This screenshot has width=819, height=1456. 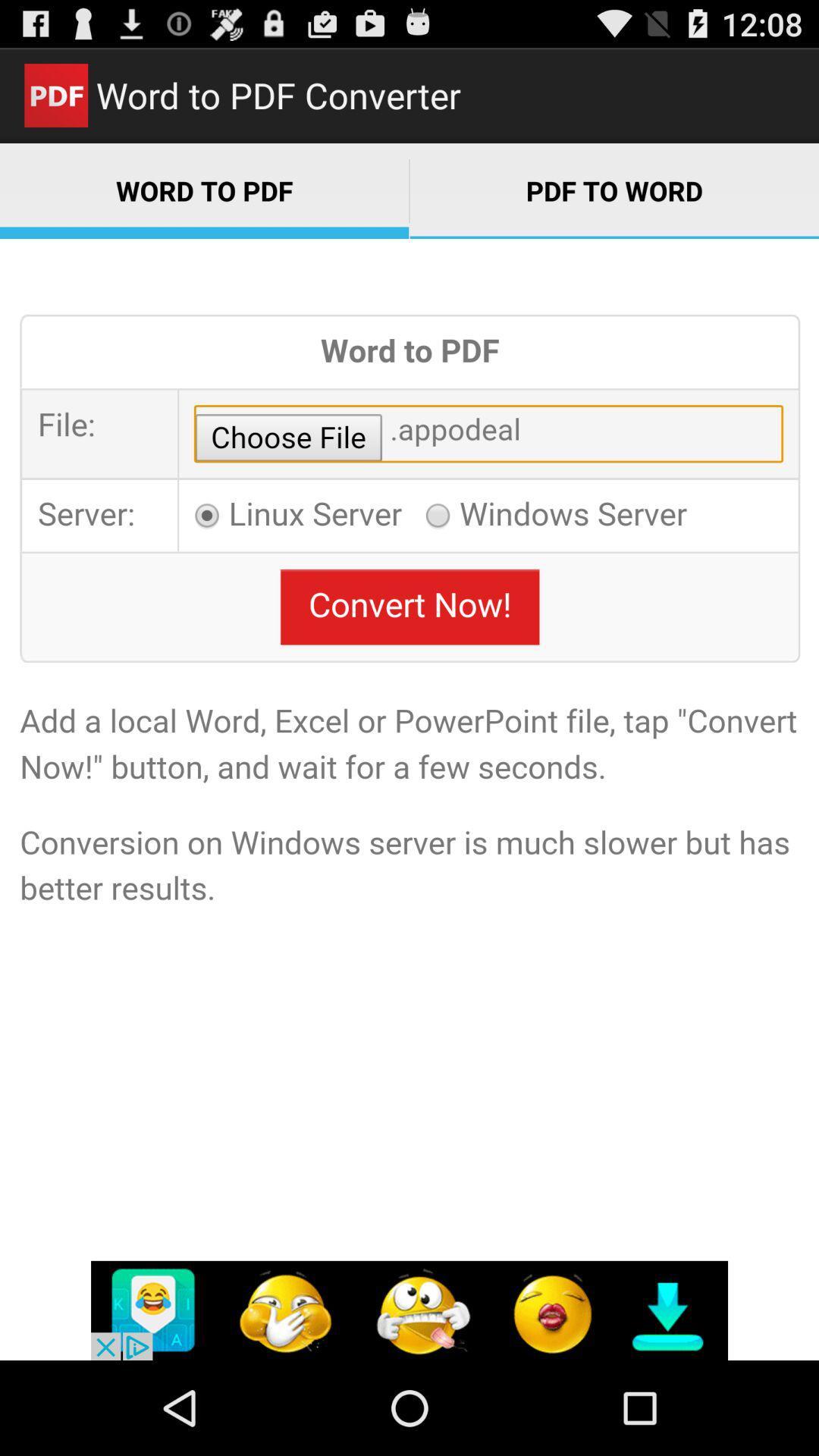 What do you see at coordinates (409, 799) in the screenshot?
I see `word to pdf main area` at bounding box center [409, 799].